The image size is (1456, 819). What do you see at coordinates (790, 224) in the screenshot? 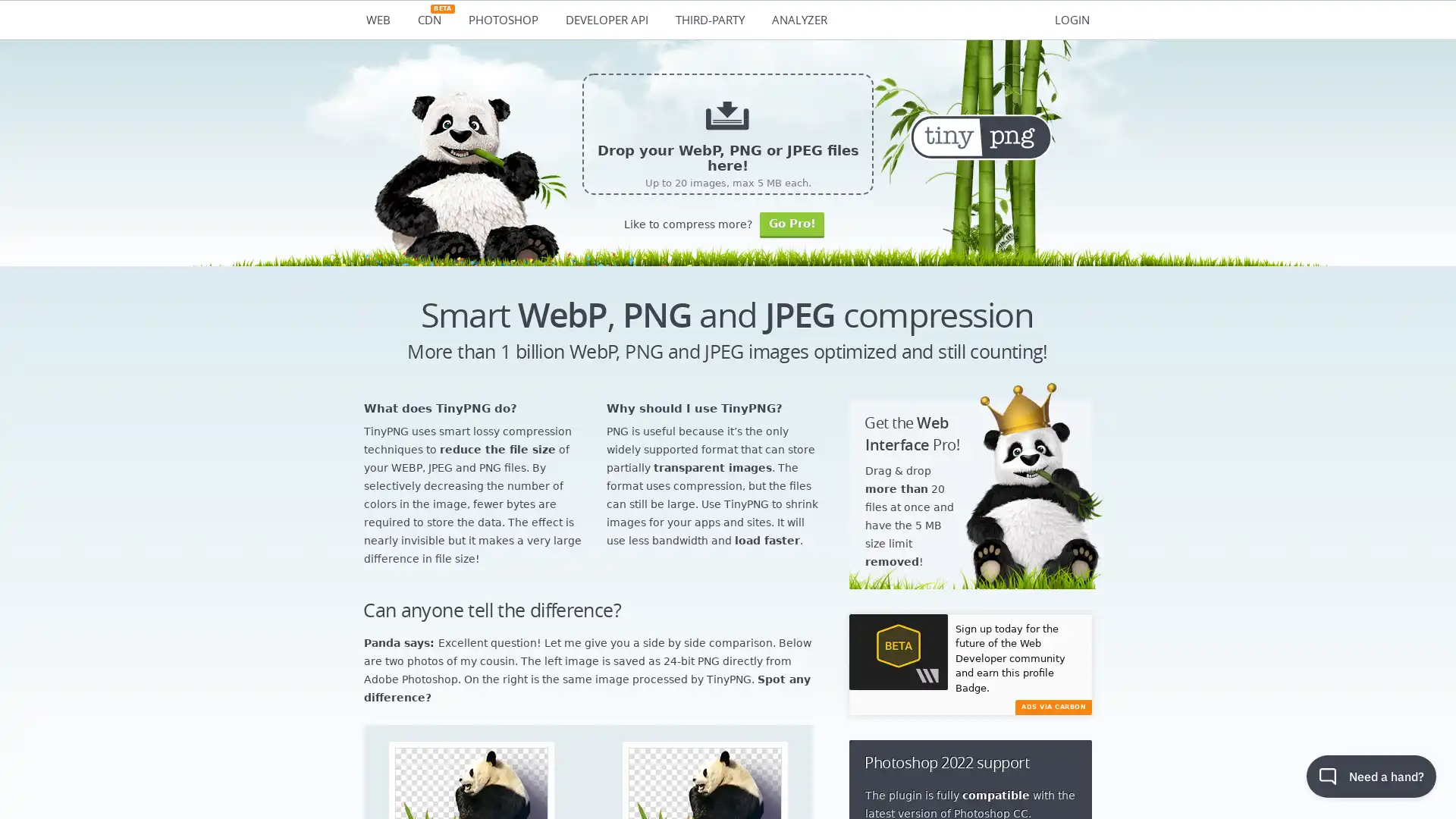
I see `Go Pro!` at bounding box center [790, 224].